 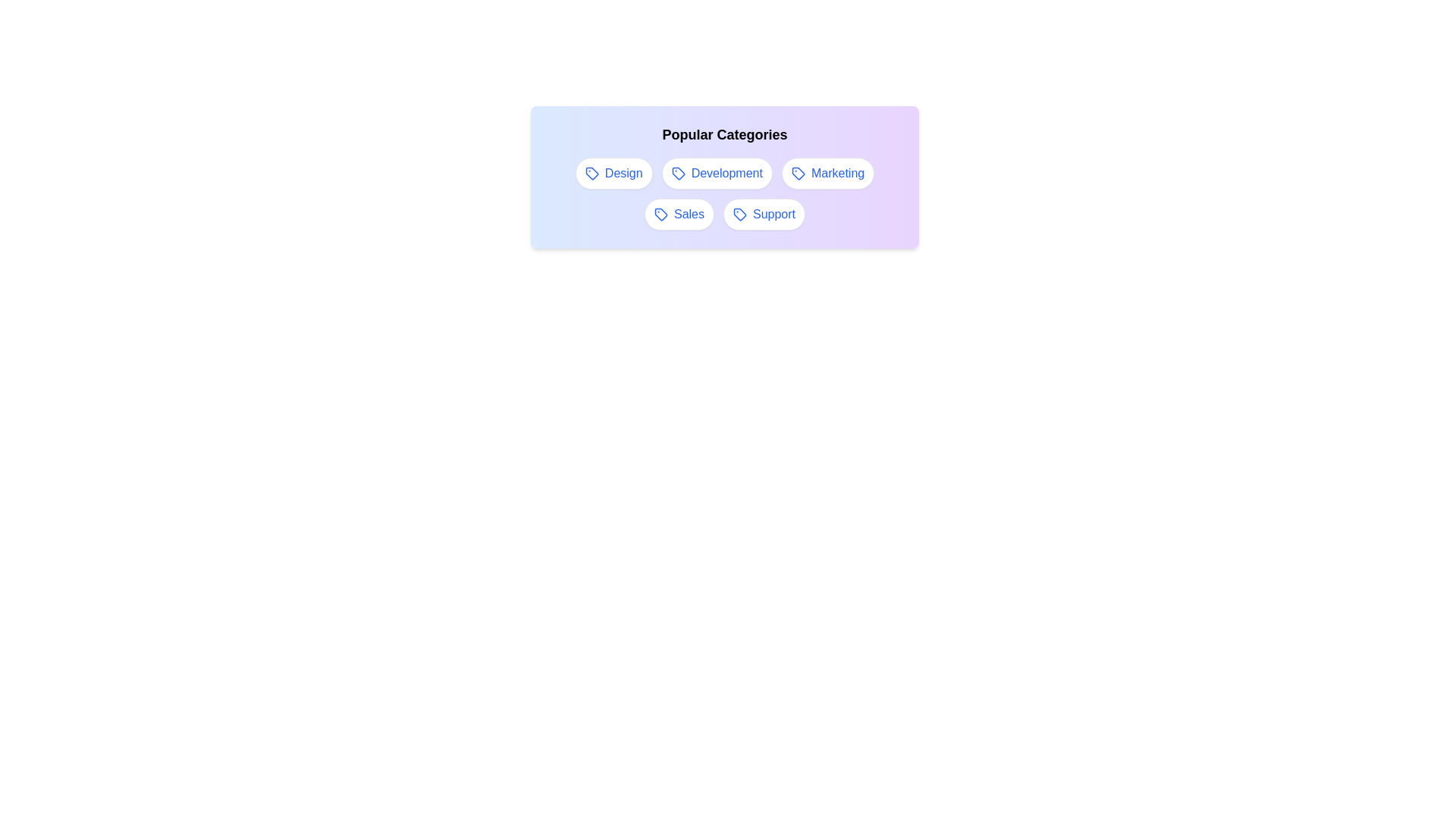 What do you see at coordinates (827, 172) in the screenshot?
I see `the Marketing tag to select it` at bounding box center [827, 172].